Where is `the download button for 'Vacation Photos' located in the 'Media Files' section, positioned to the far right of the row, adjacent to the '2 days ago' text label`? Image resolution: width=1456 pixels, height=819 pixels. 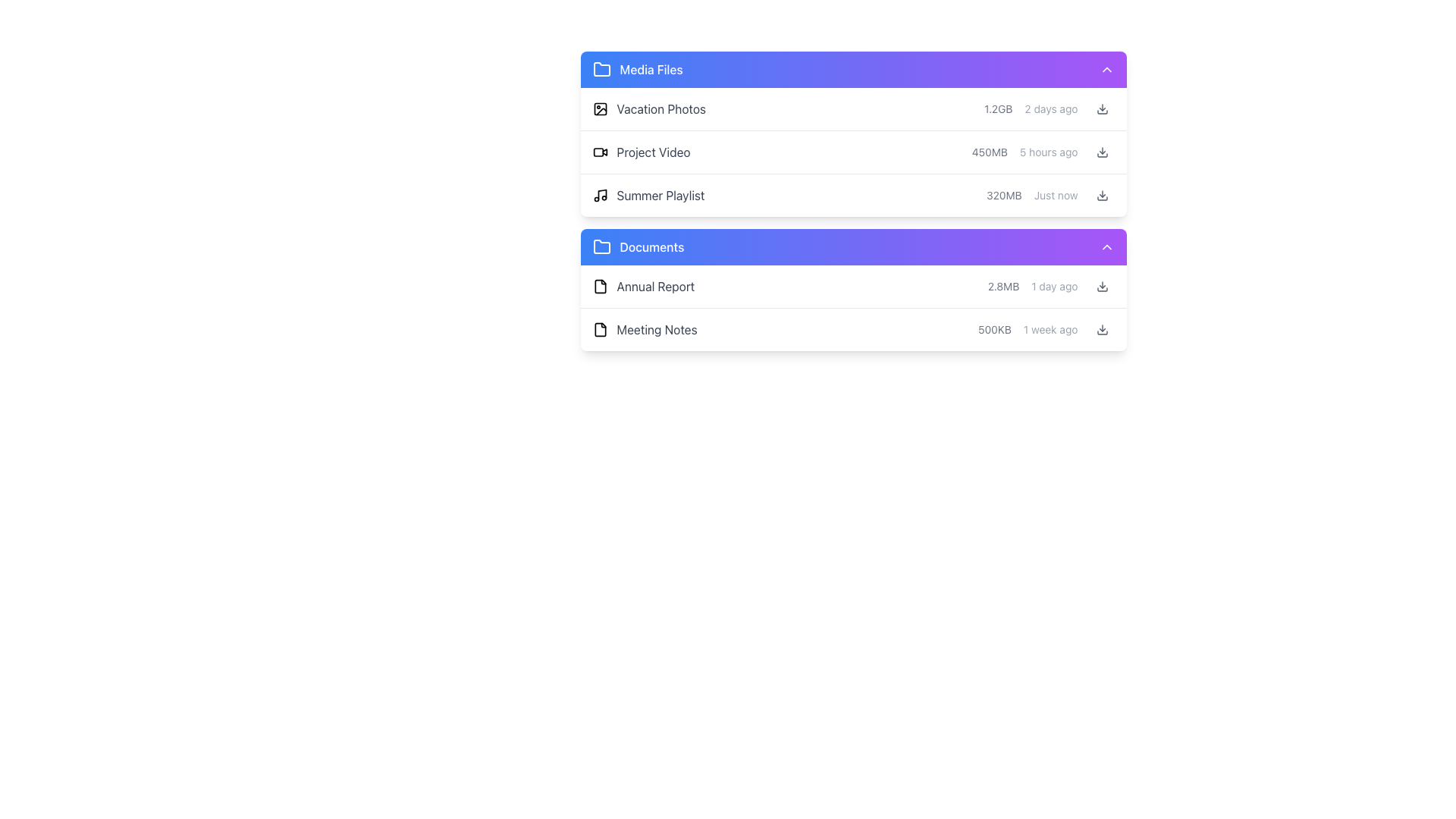 the download button for 'Vacation Photos' located in the 'Media Files' section, positioned to the far right of the row, adjacent to the '2 days ago' text label is located at coordinates (1102, 108).